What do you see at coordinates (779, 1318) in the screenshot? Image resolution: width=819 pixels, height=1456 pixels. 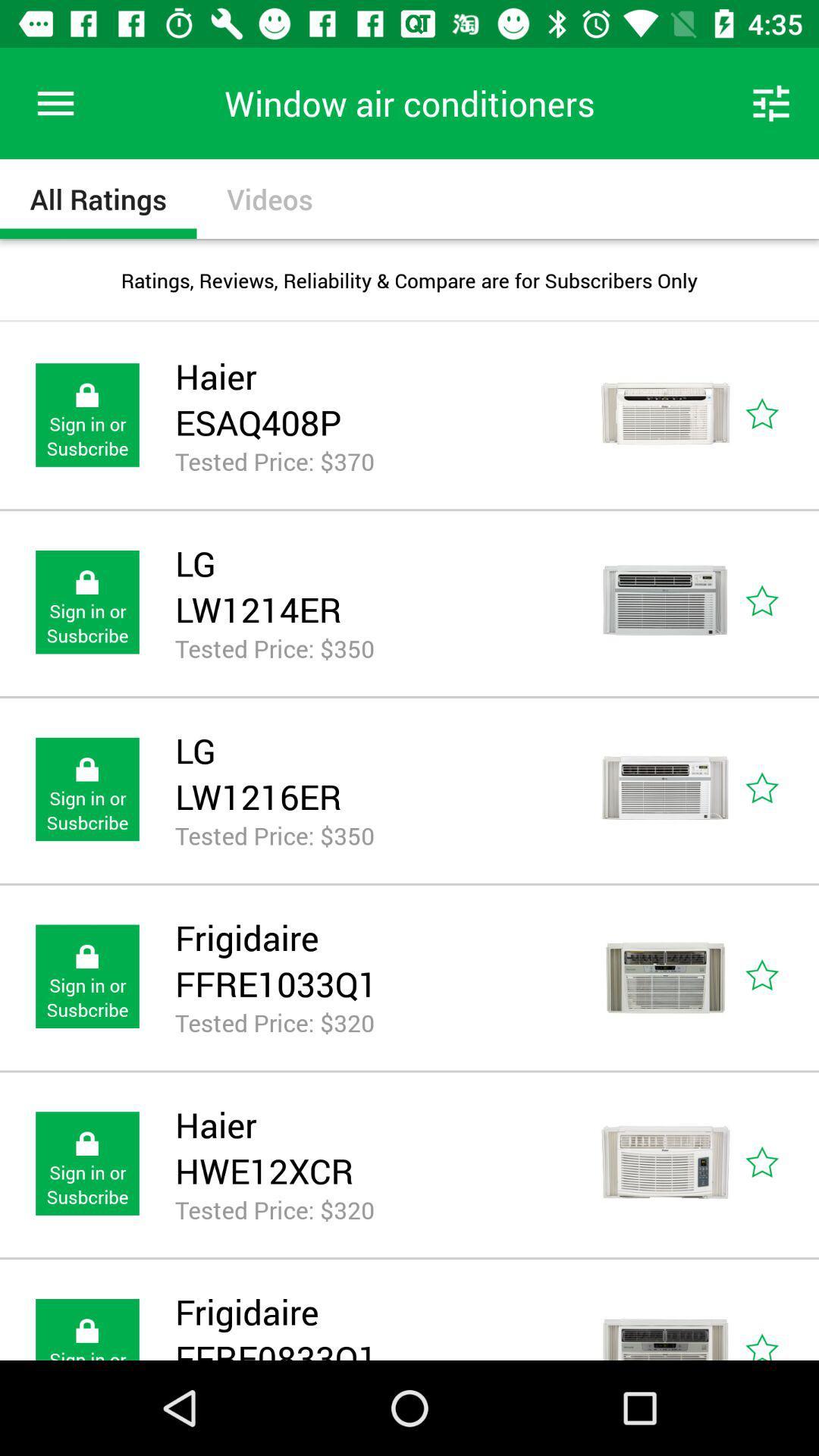 I see `option` at bounding box center [779, 1318].